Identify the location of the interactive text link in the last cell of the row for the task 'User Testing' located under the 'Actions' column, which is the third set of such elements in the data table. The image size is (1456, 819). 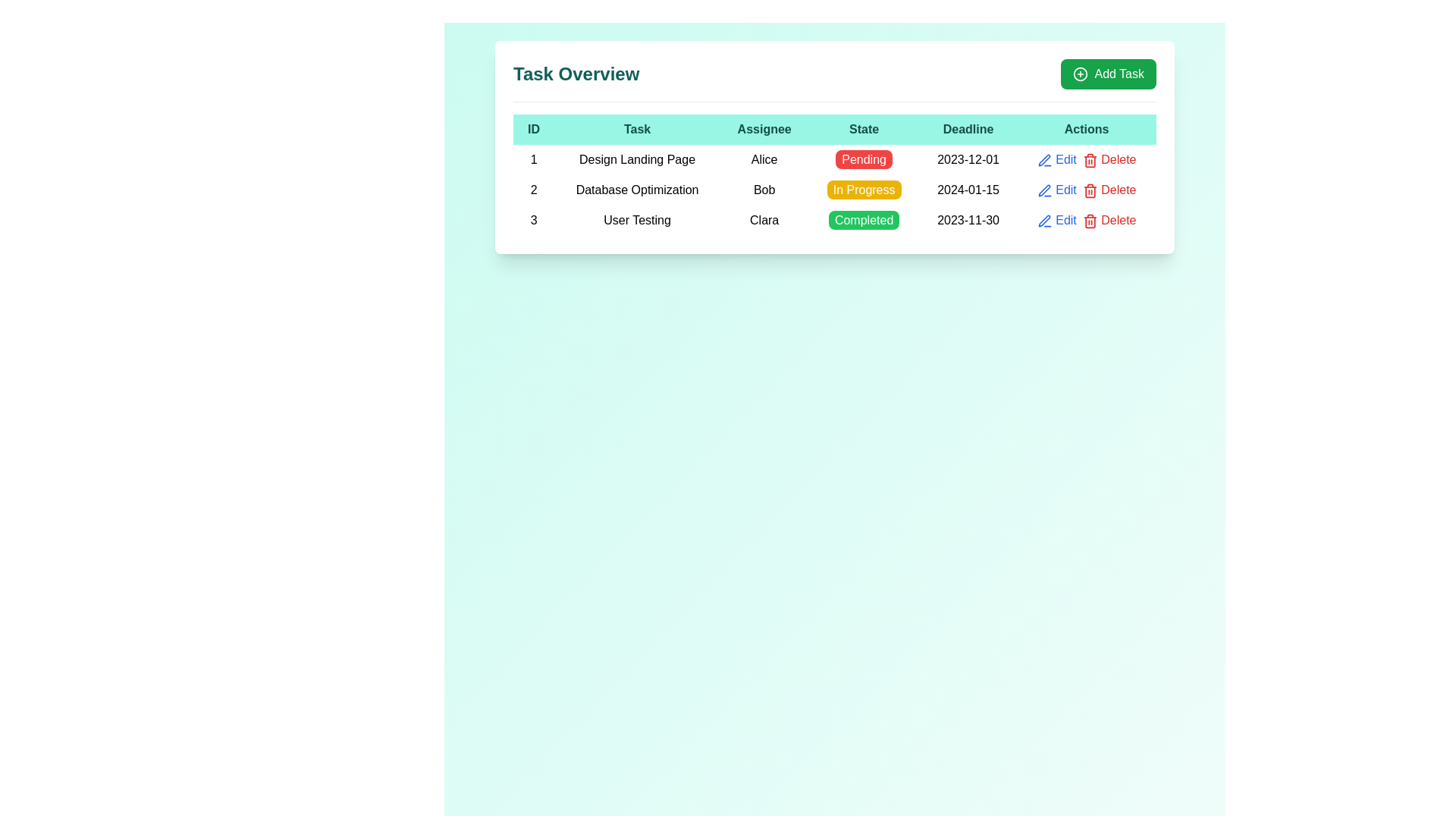
(1086, 220).